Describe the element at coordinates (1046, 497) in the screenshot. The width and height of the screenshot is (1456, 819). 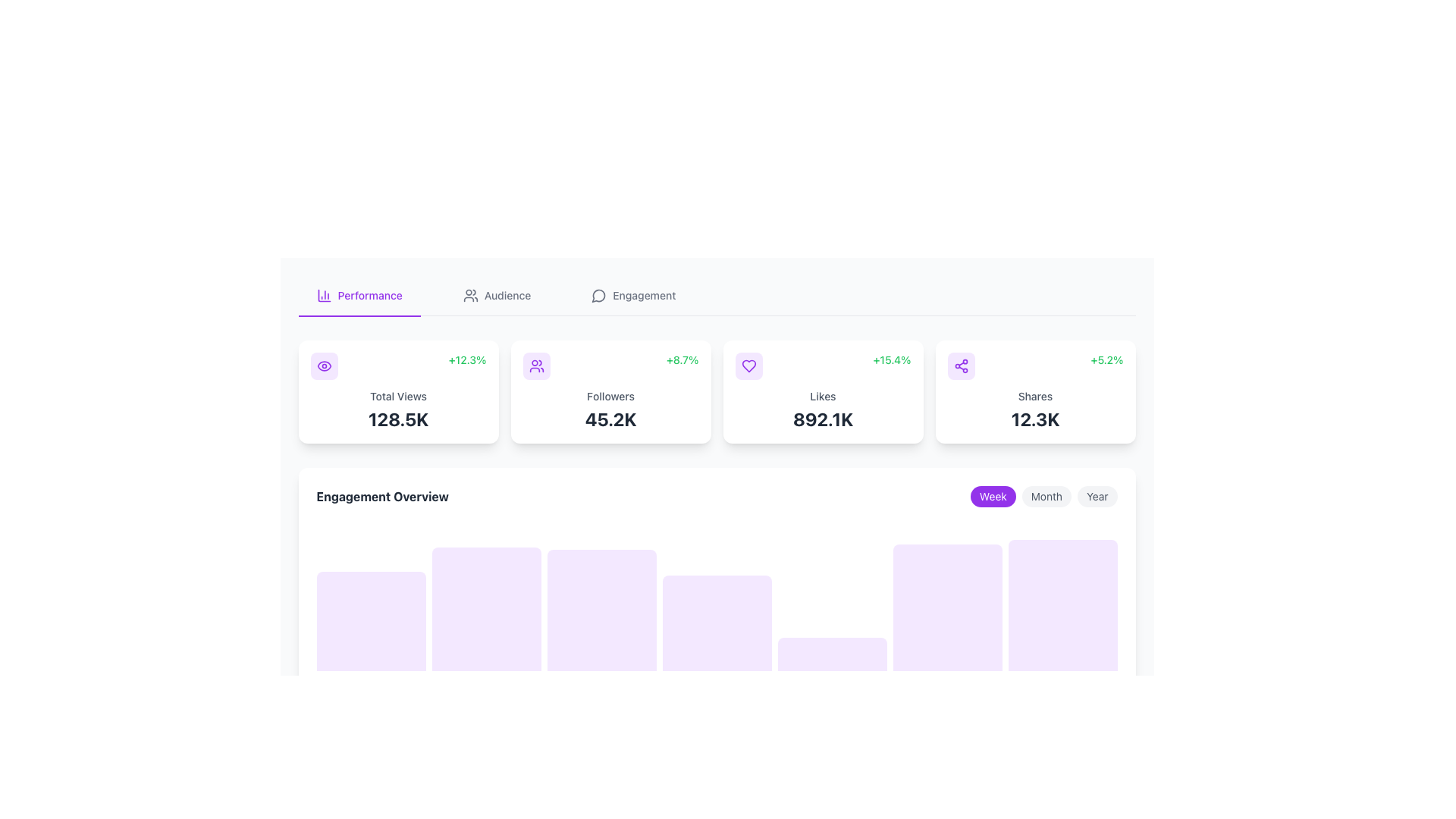
I see `the 'Month' button located between the 'Week' and 'Year' buttons in the top-right corner of the engagement chart to trigger hover styling effects` at that location.